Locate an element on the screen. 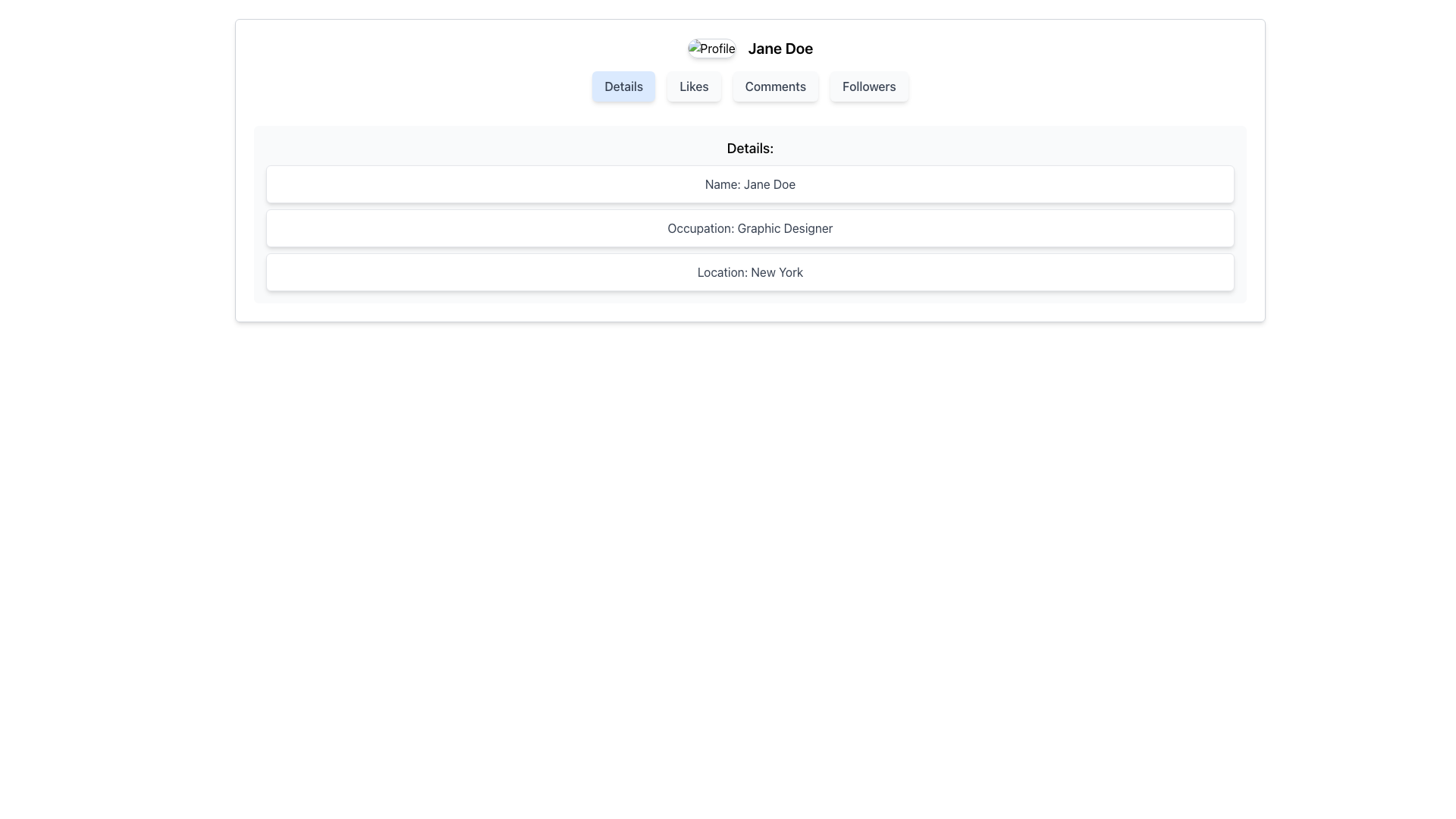  the 'Comments' button, which is the third button in a row of four buttons labeled 'Details', 'Likes', 'Comments', and 'Followers' is located at coordinates (775, 86).